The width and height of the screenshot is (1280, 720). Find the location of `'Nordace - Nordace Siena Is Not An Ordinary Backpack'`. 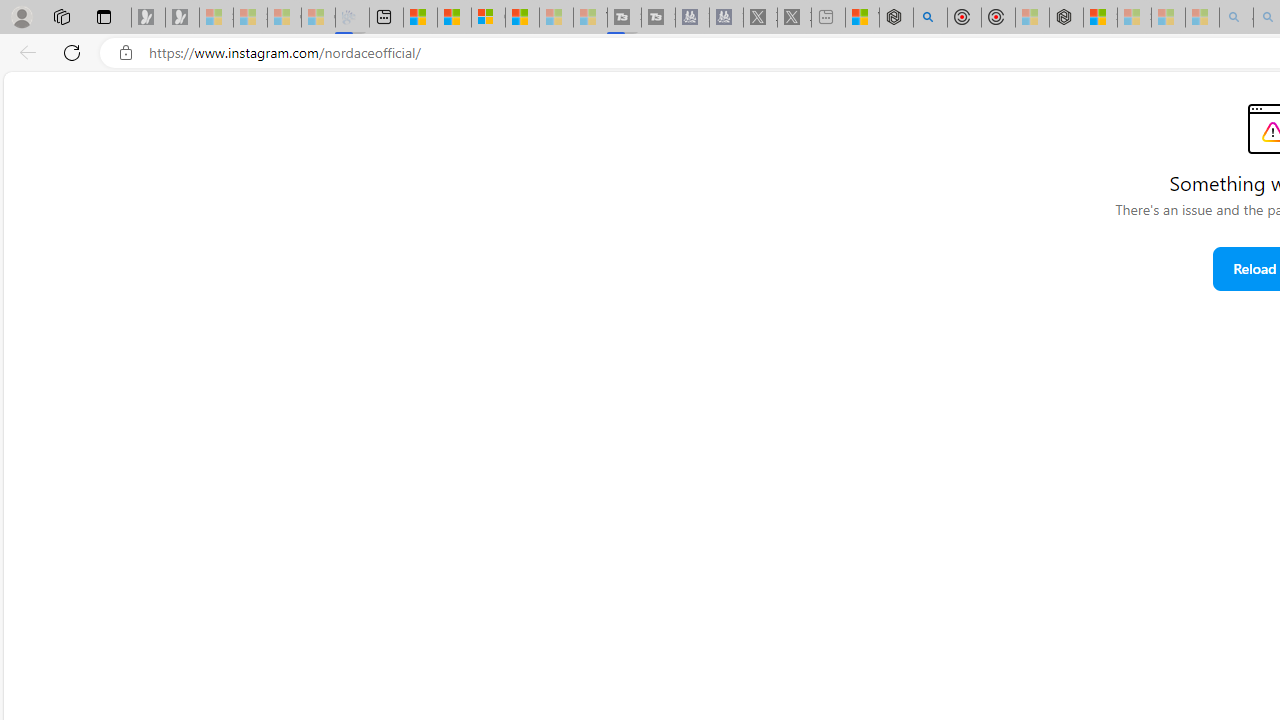

'Nordace - Nordace Siena Is Not An Ordinary Backpack' is located at coordinates (1065, 17).